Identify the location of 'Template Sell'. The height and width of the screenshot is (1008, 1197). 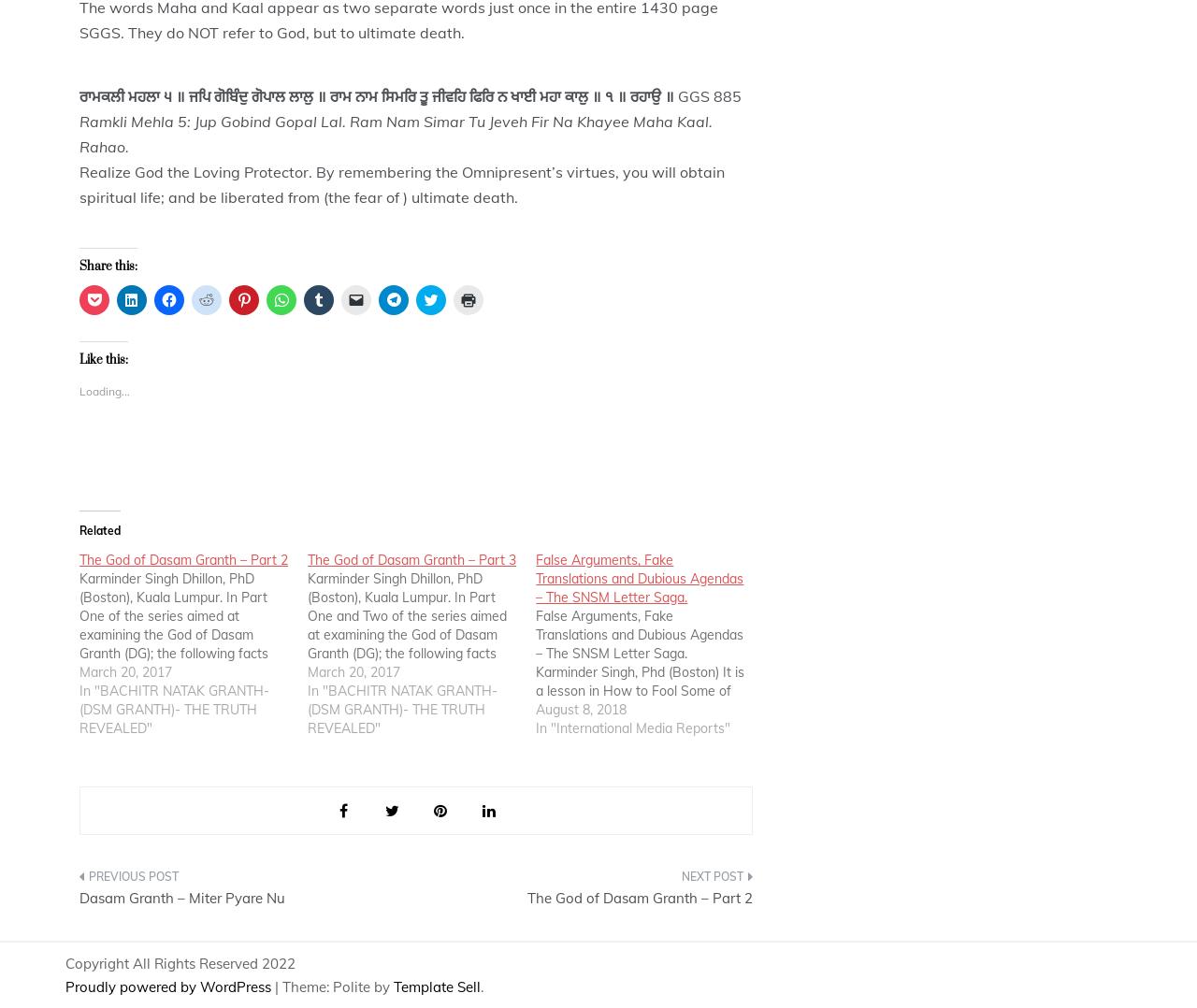
(436, 986).